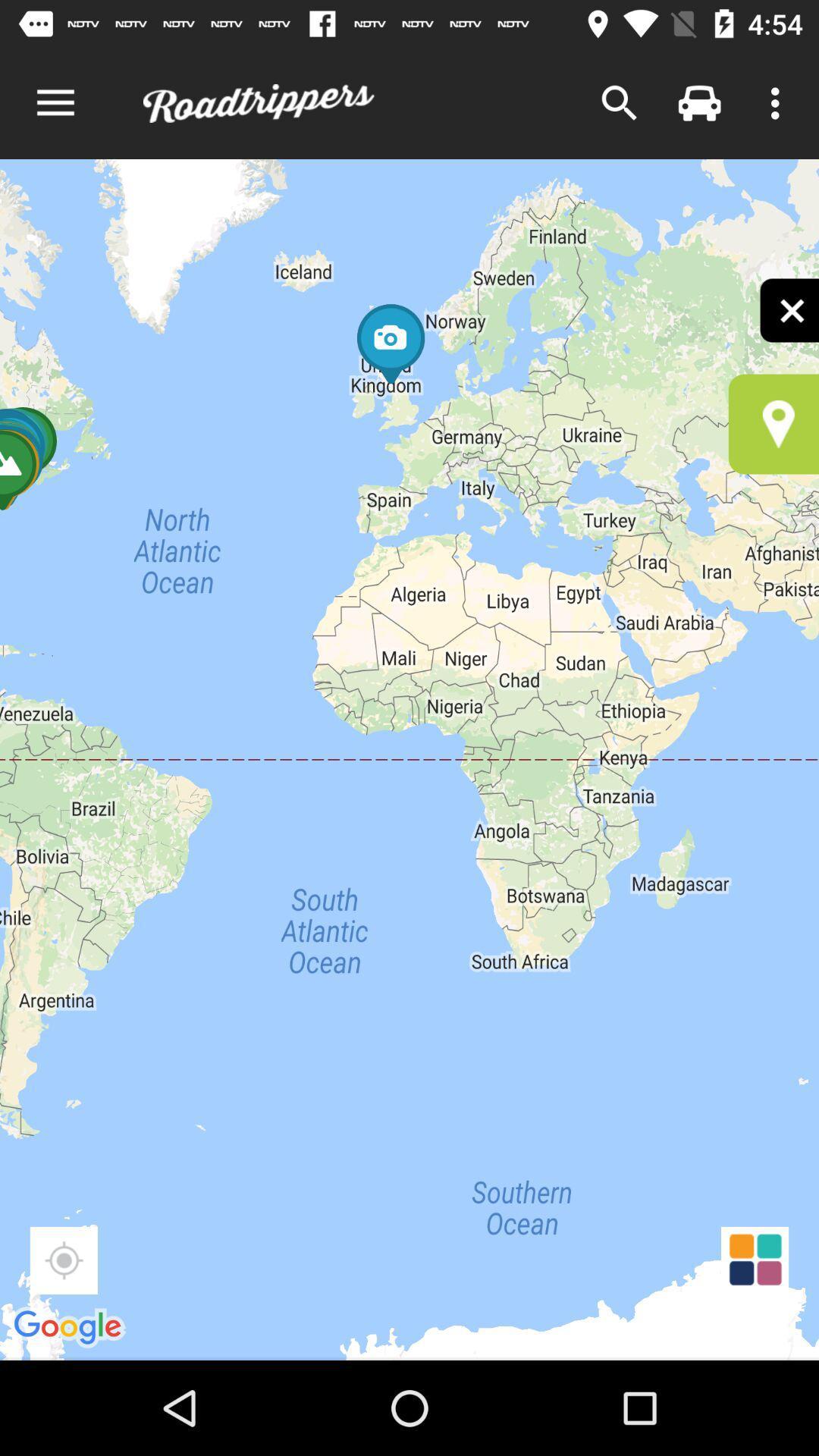 The height and width of the screenshot is (1456, 819). Describe the element at coordinates (755, 1260) in the screenshot. I see `the item at the bottom right corner` at that location.